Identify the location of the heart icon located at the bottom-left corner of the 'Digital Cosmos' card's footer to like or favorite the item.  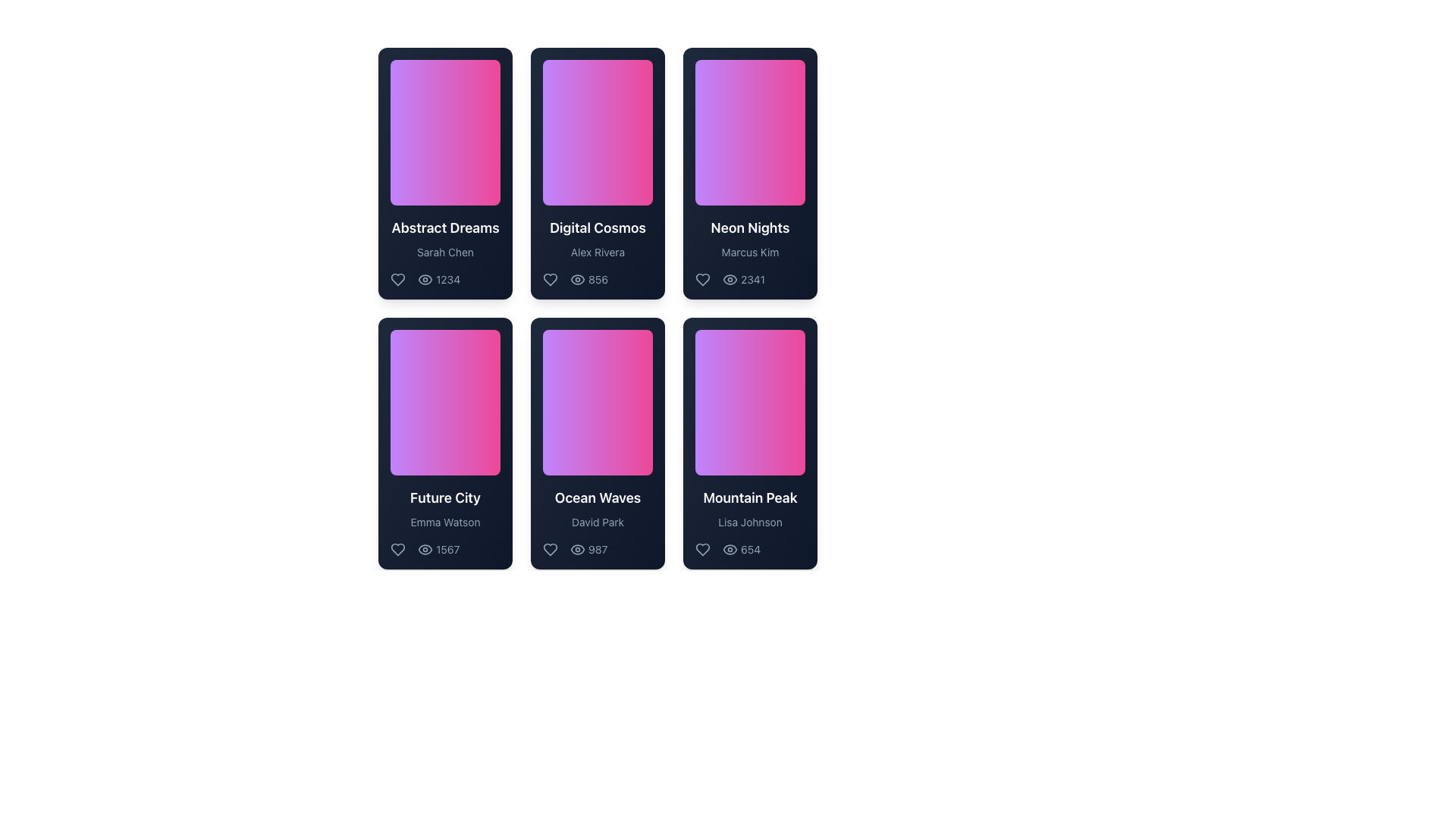
(549, 280).